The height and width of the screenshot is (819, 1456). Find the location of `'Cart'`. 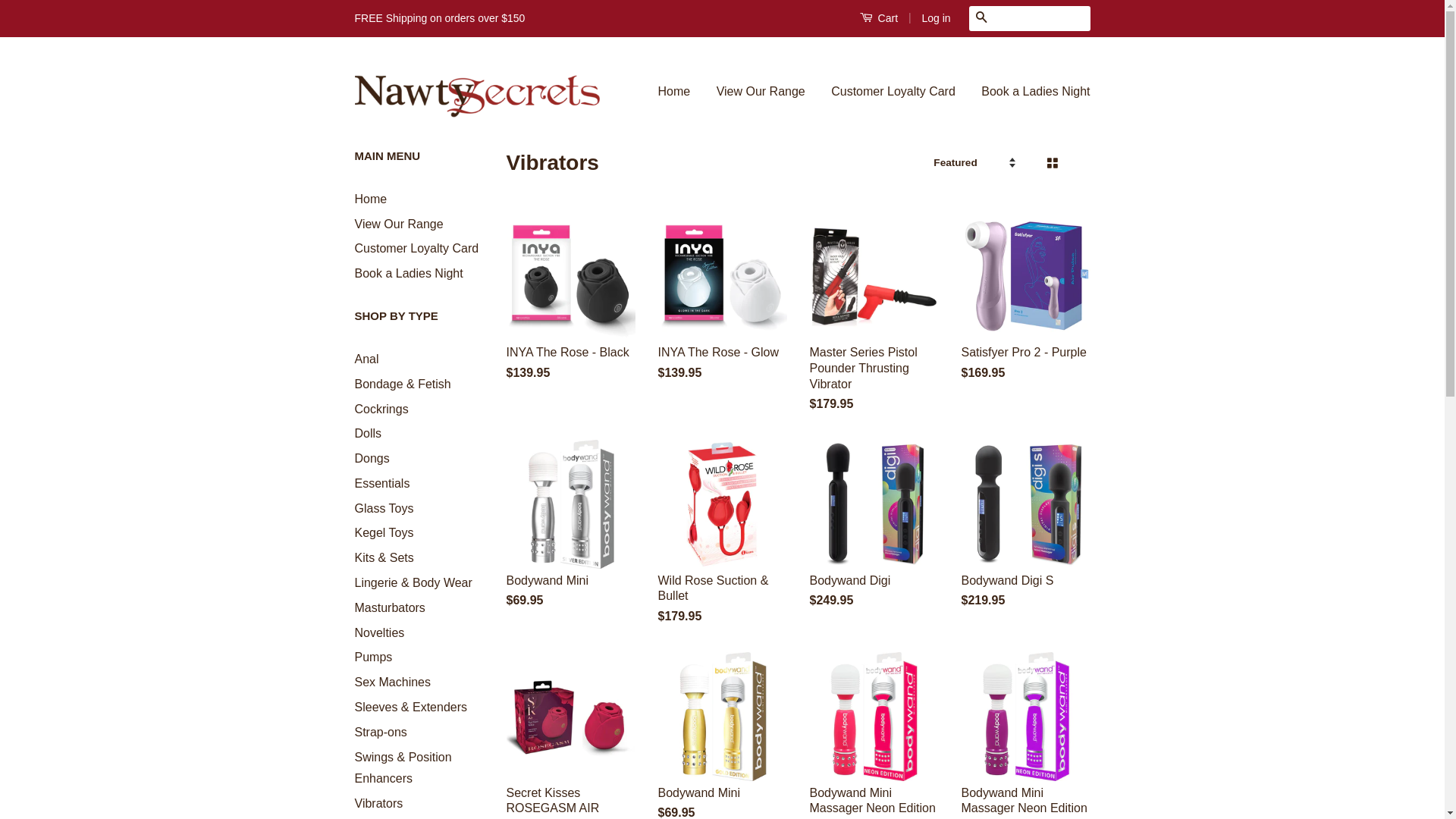

'Cart' is located at coordinates (878, 17).